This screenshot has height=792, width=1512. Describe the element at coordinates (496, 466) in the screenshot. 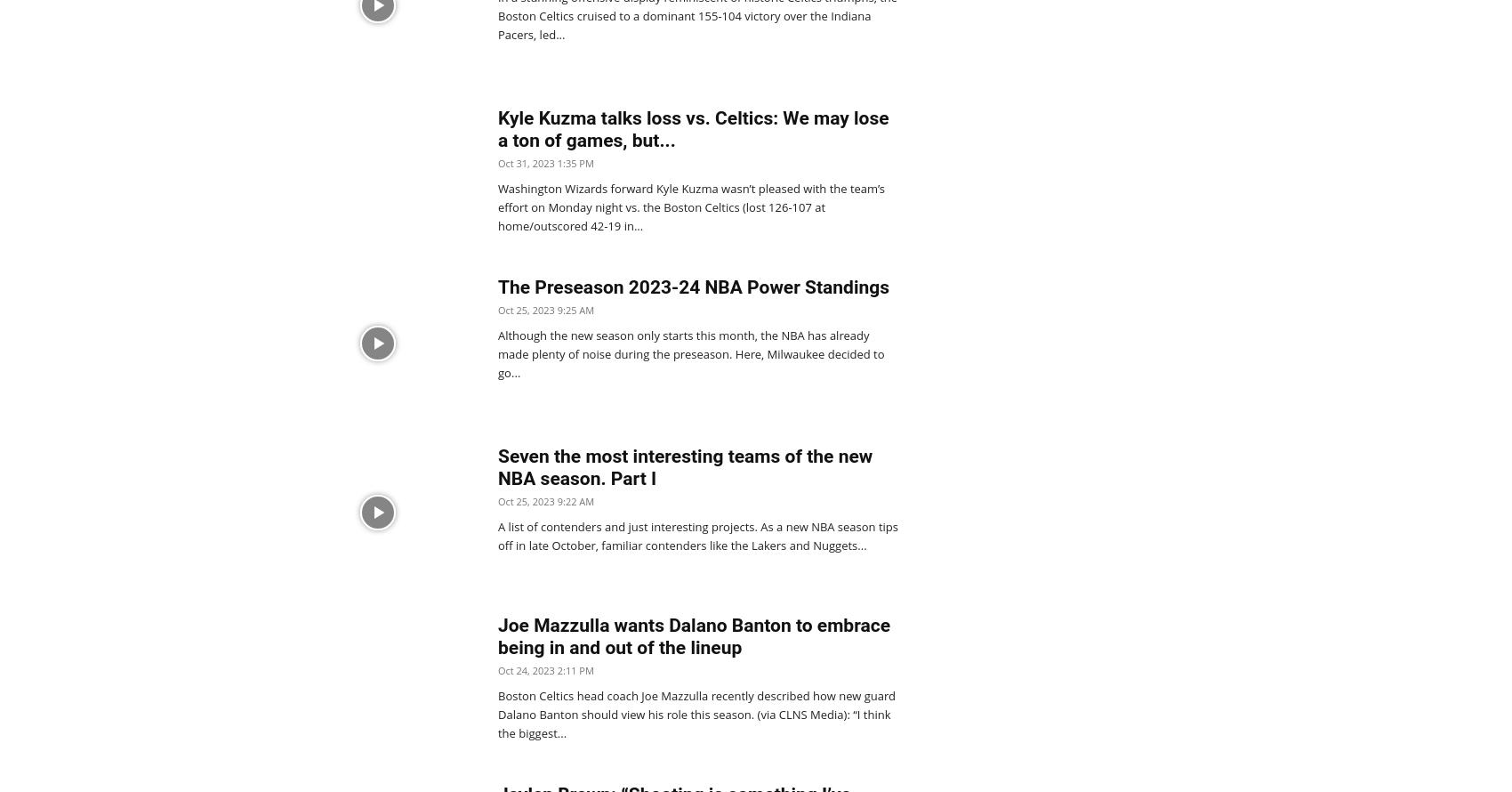

I see `'Seven the most interesting teams of the new NBA season. Part I'` at that location.